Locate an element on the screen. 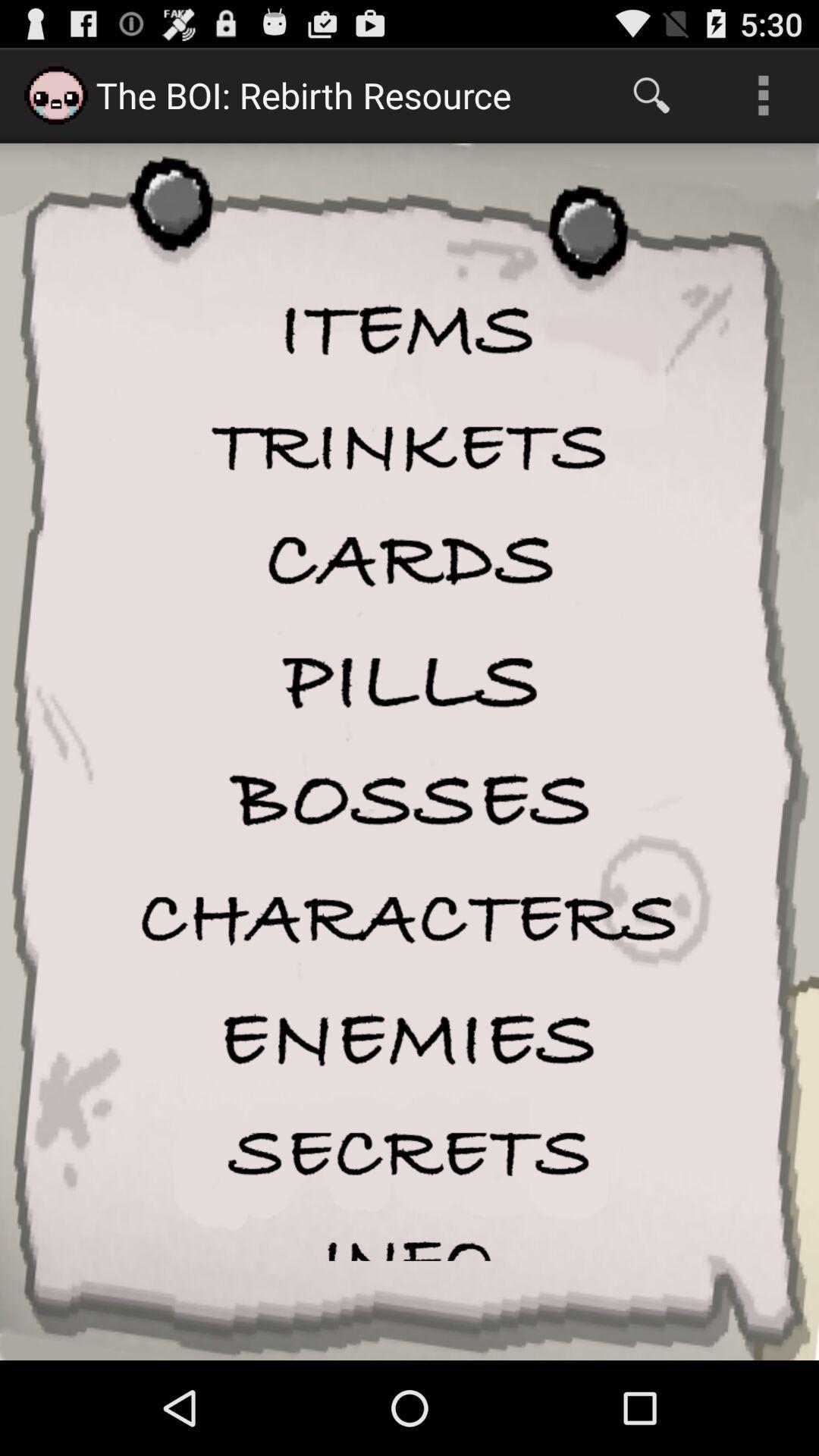 The image size is (819, 1456). cards is located at coordinates (409, 560).